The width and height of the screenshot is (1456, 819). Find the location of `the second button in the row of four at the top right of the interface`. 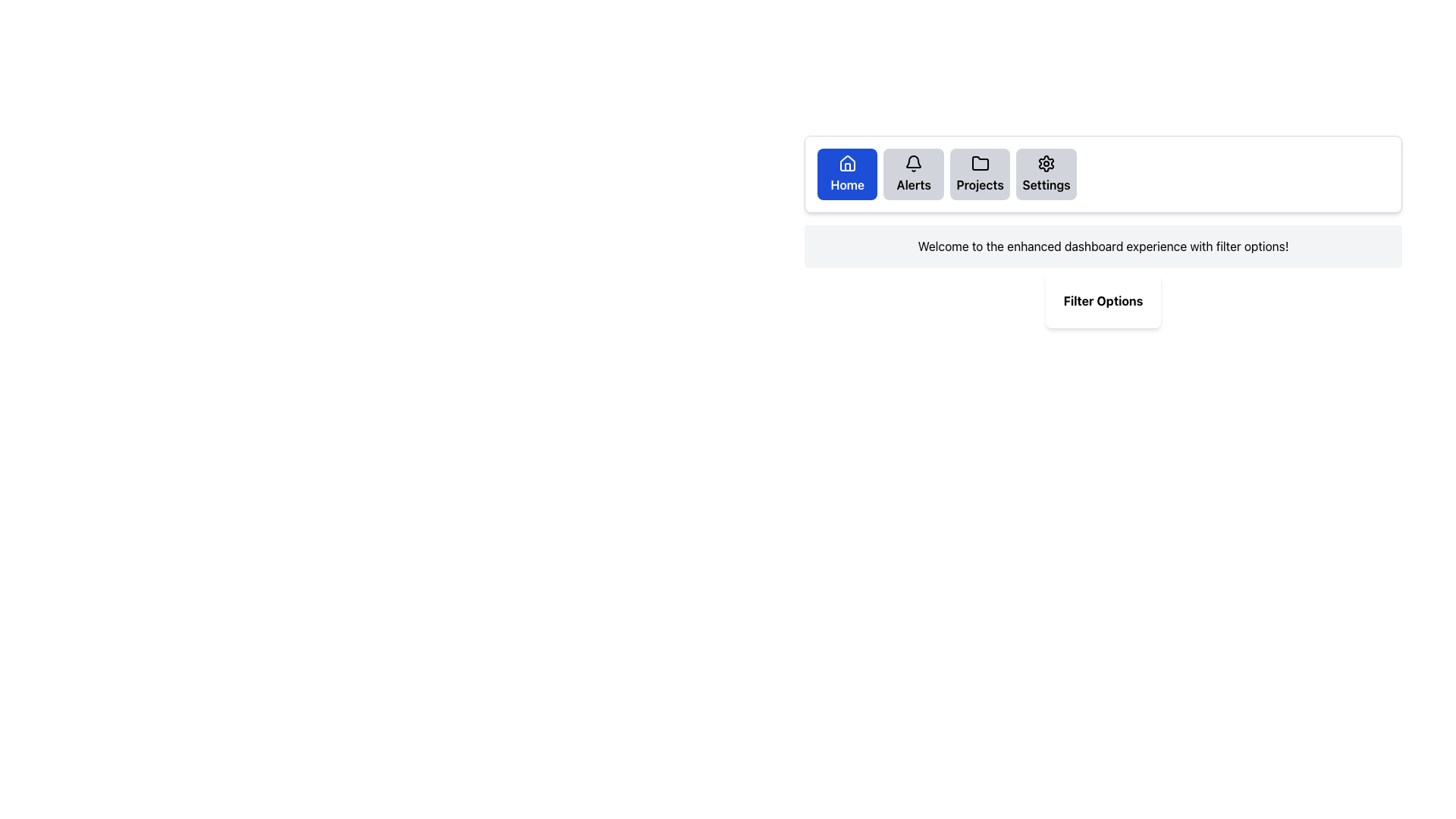

the second button in the row of four at the top right of the interface is located at coordinates (913, 174).